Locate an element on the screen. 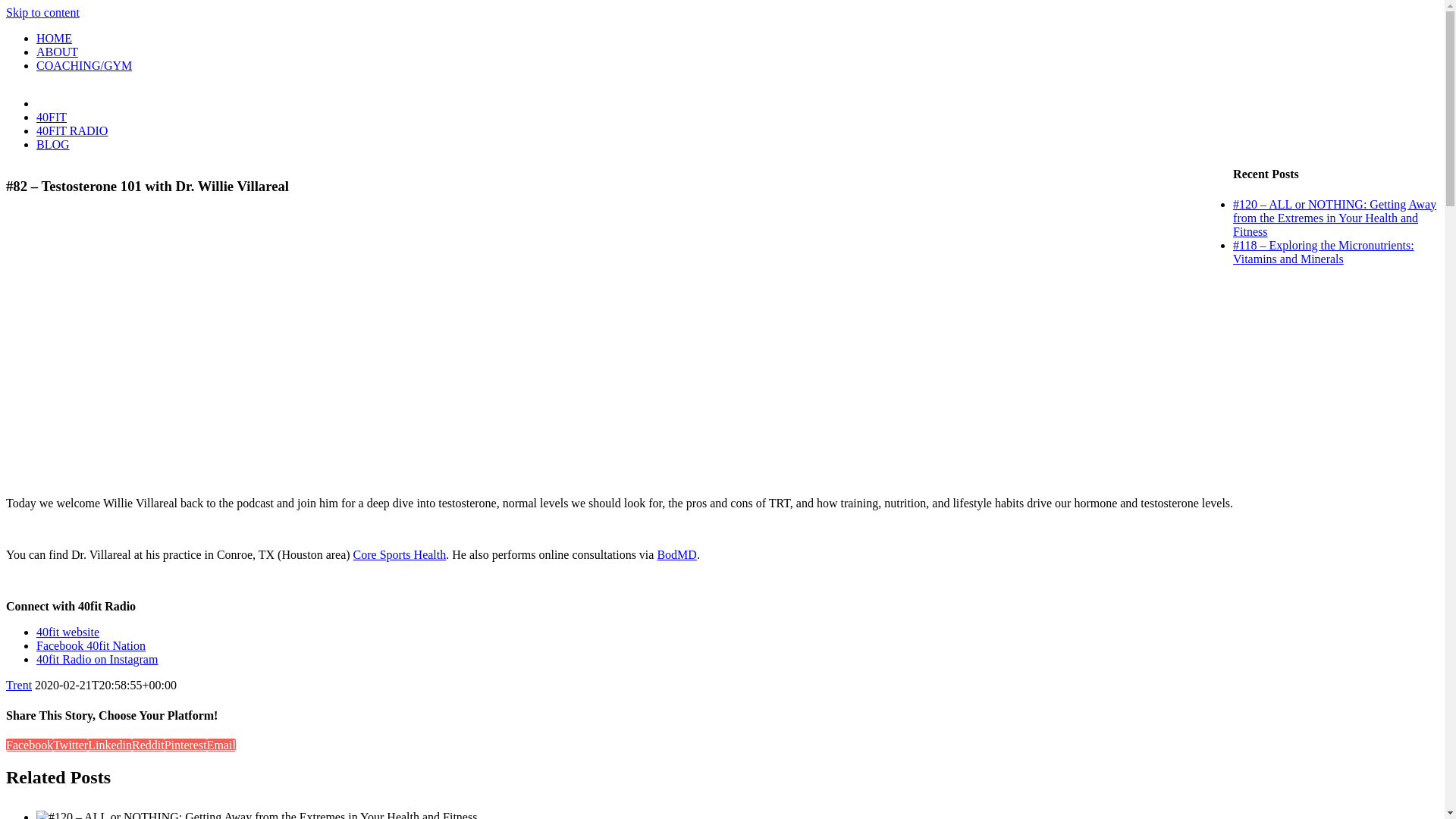  'HOME' is located at coordinates (36, 37).